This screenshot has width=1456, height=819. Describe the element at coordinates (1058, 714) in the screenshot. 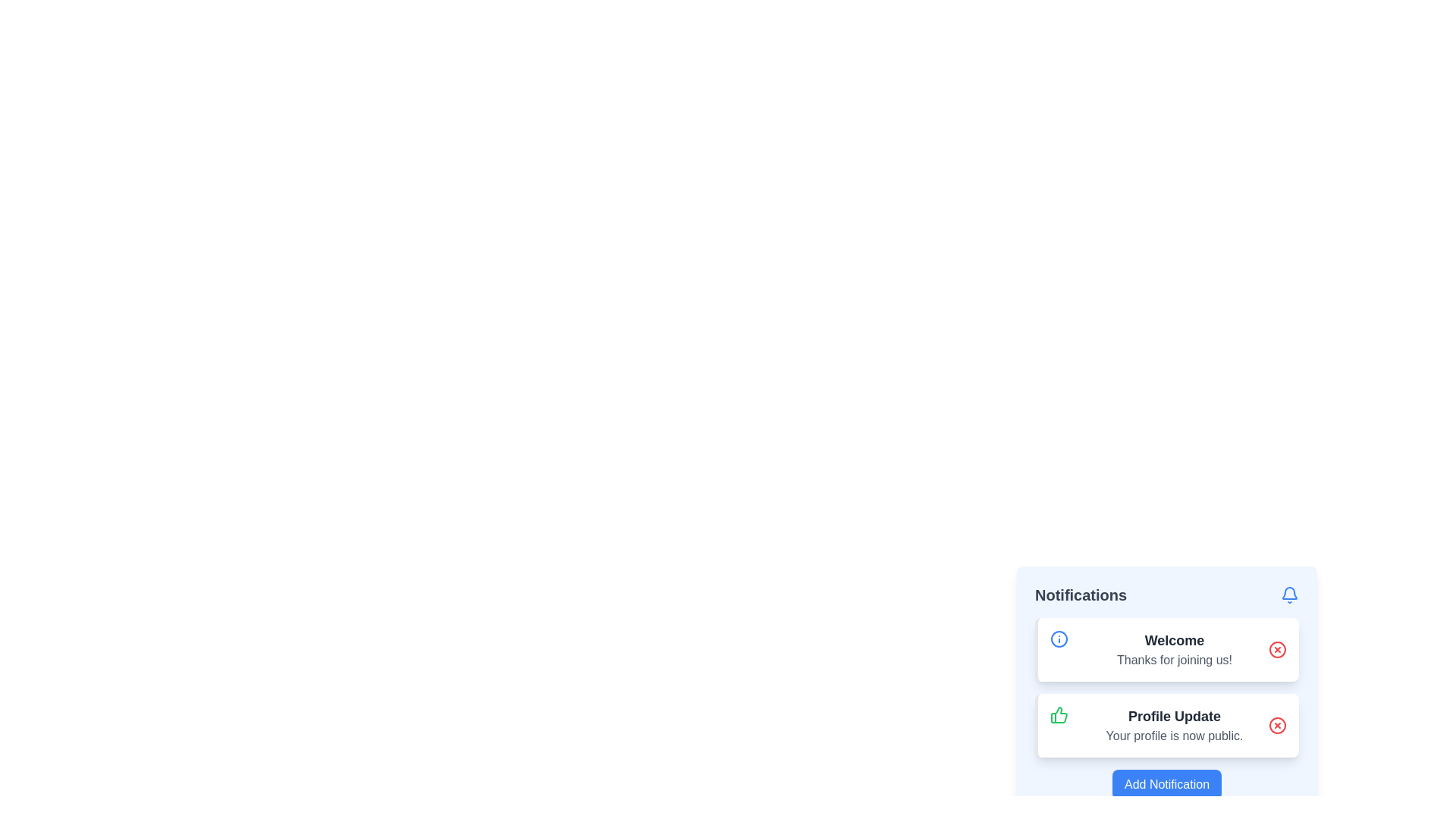

I see `the approval icon located in the bottom notification card titled 'Profile Update', positioned as the leftmost component of the card, to the left of the notification text` at that location.